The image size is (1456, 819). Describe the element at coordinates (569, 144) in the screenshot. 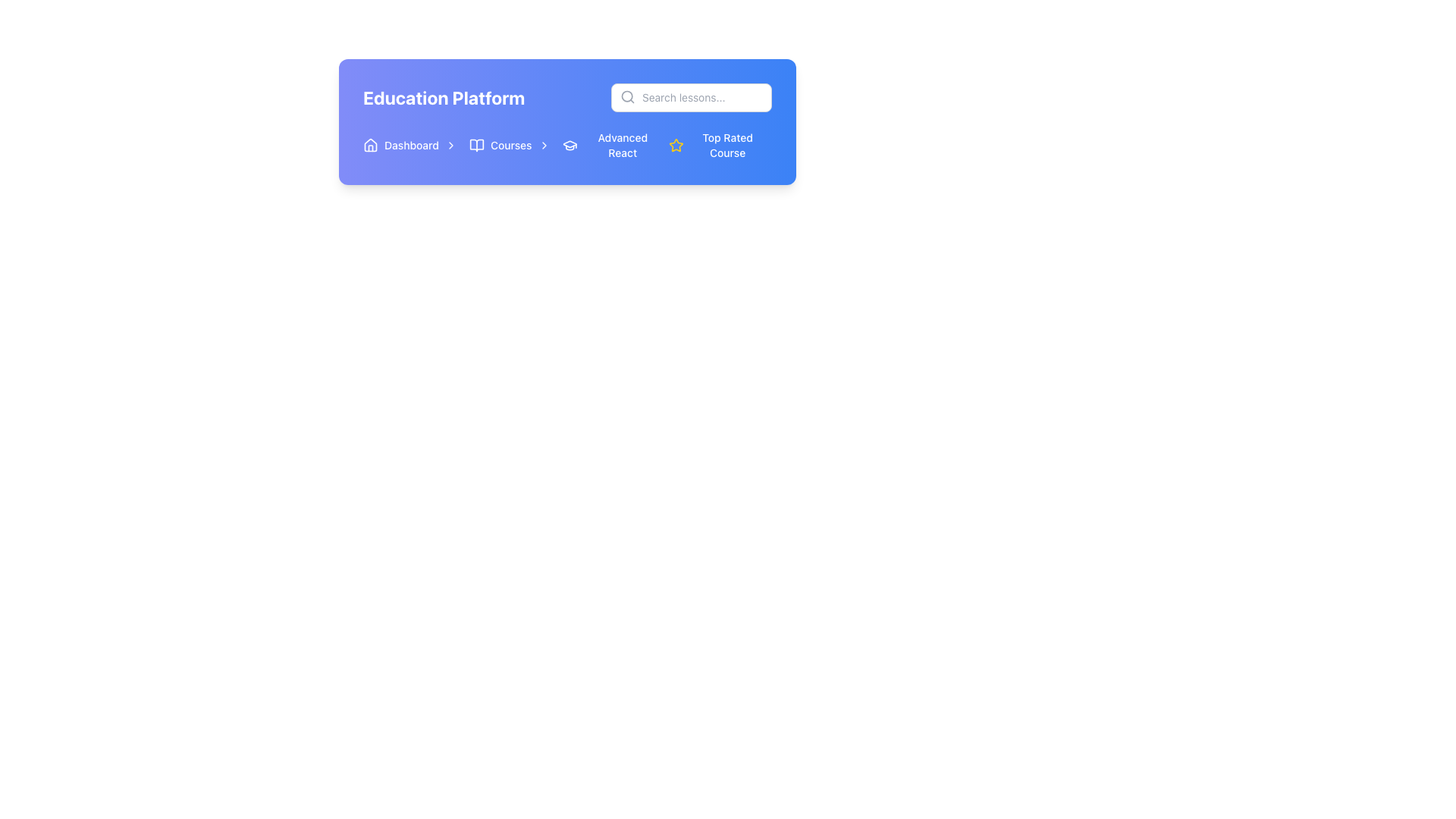

I see `the graduation cap icon in the top navigation bar, which has a blue background and is located to the left of the 'Education Platform' text` at that location.